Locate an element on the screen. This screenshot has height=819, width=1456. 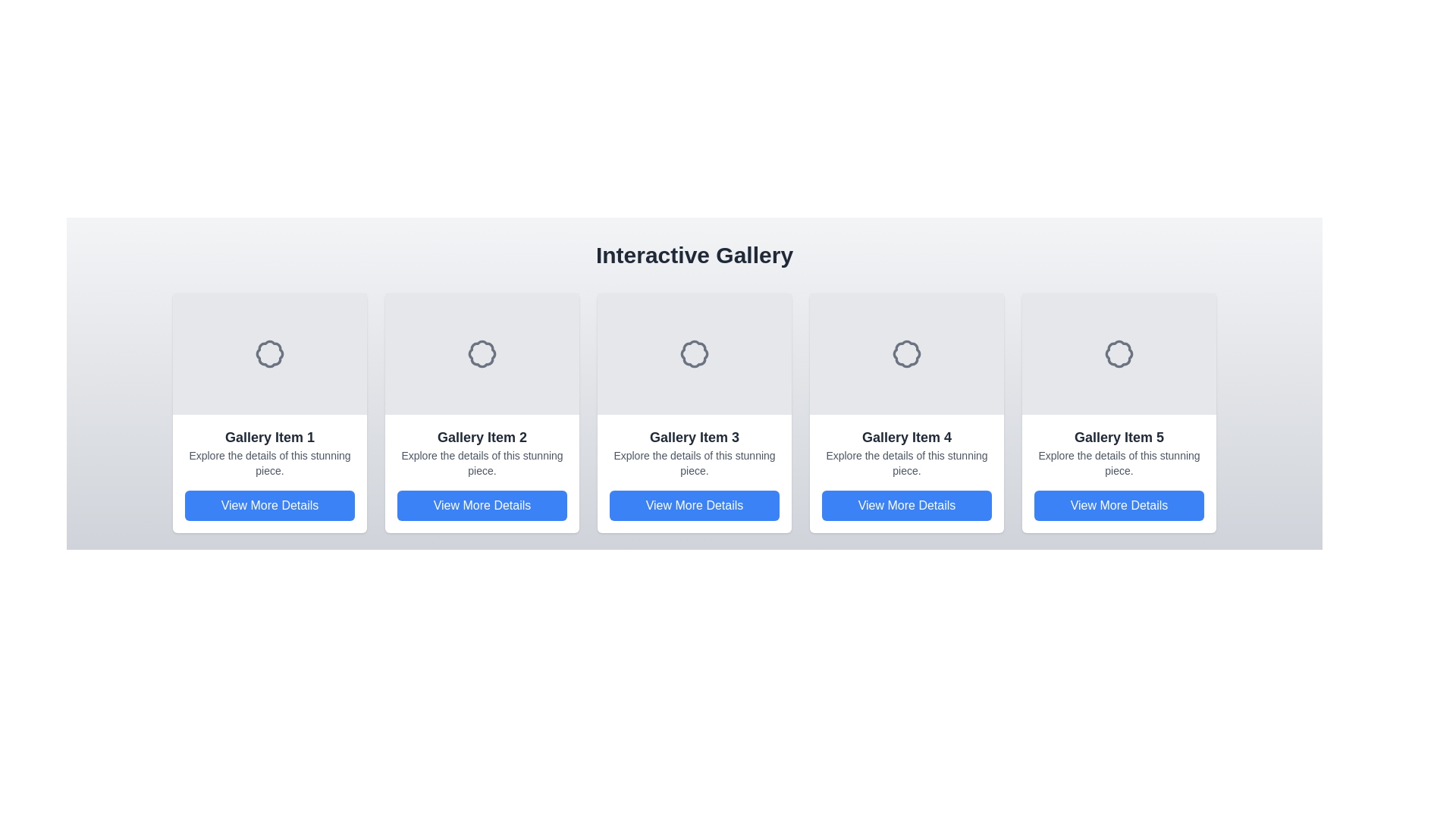
the rectangular button with a blue background and white text reading 'View More Details' located in the fourth gallery item card is located at coordinates (906, 506).